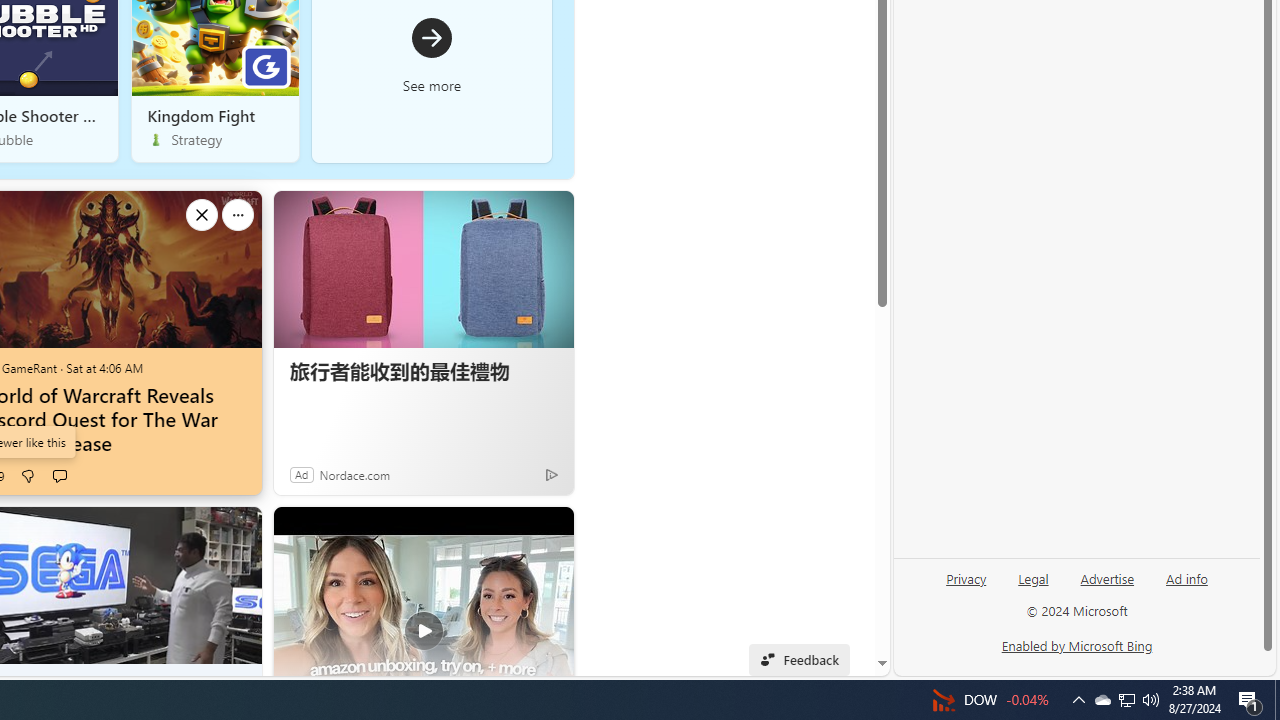  What do you see at coordinates (354, 474) in the screenshot?
I see `'Nordace.com'` at bounding box center [354, 474].